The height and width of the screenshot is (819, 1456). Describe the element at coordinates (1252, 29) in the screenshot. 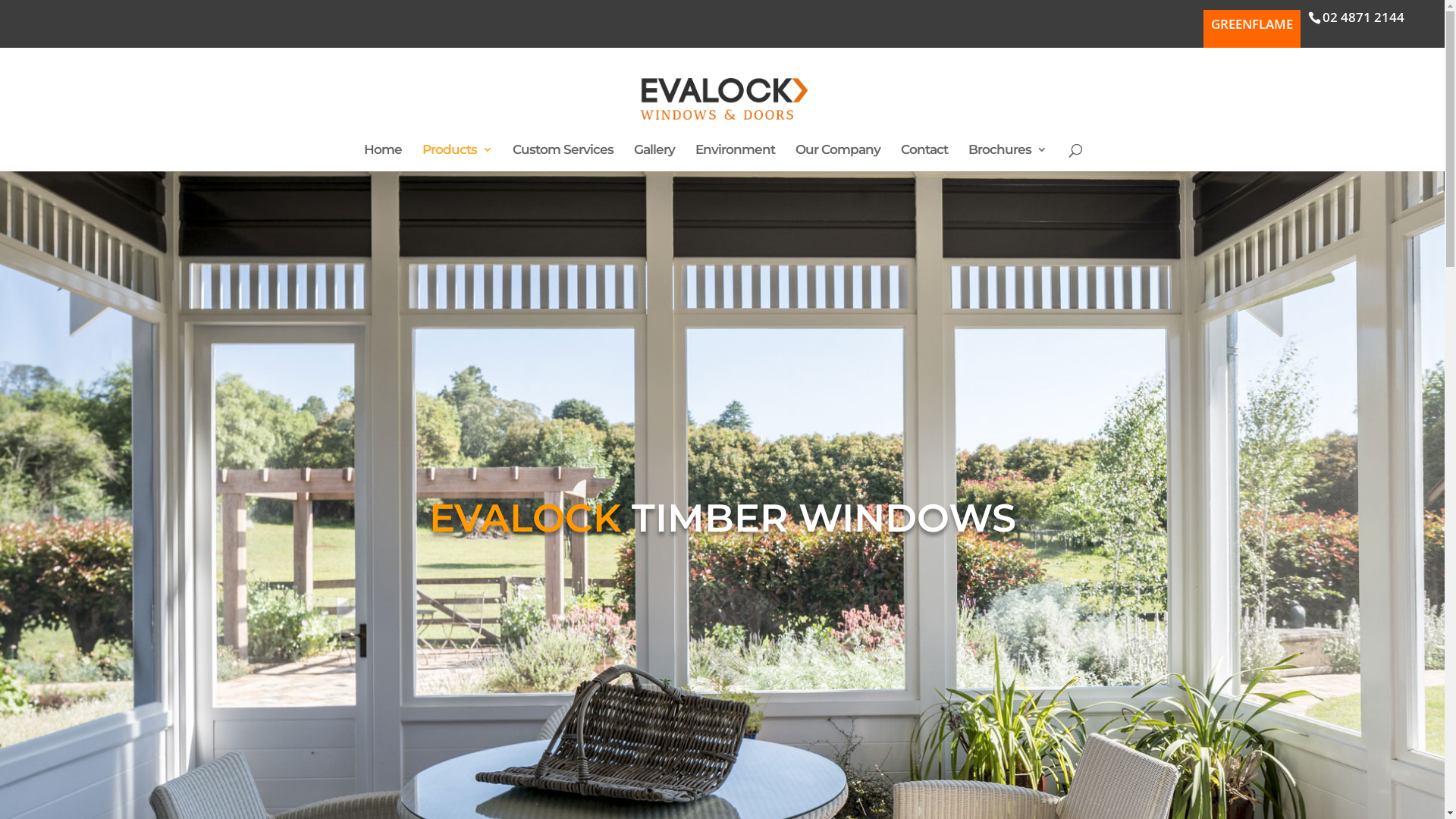

I see `'GREENFLAME'` at that location.